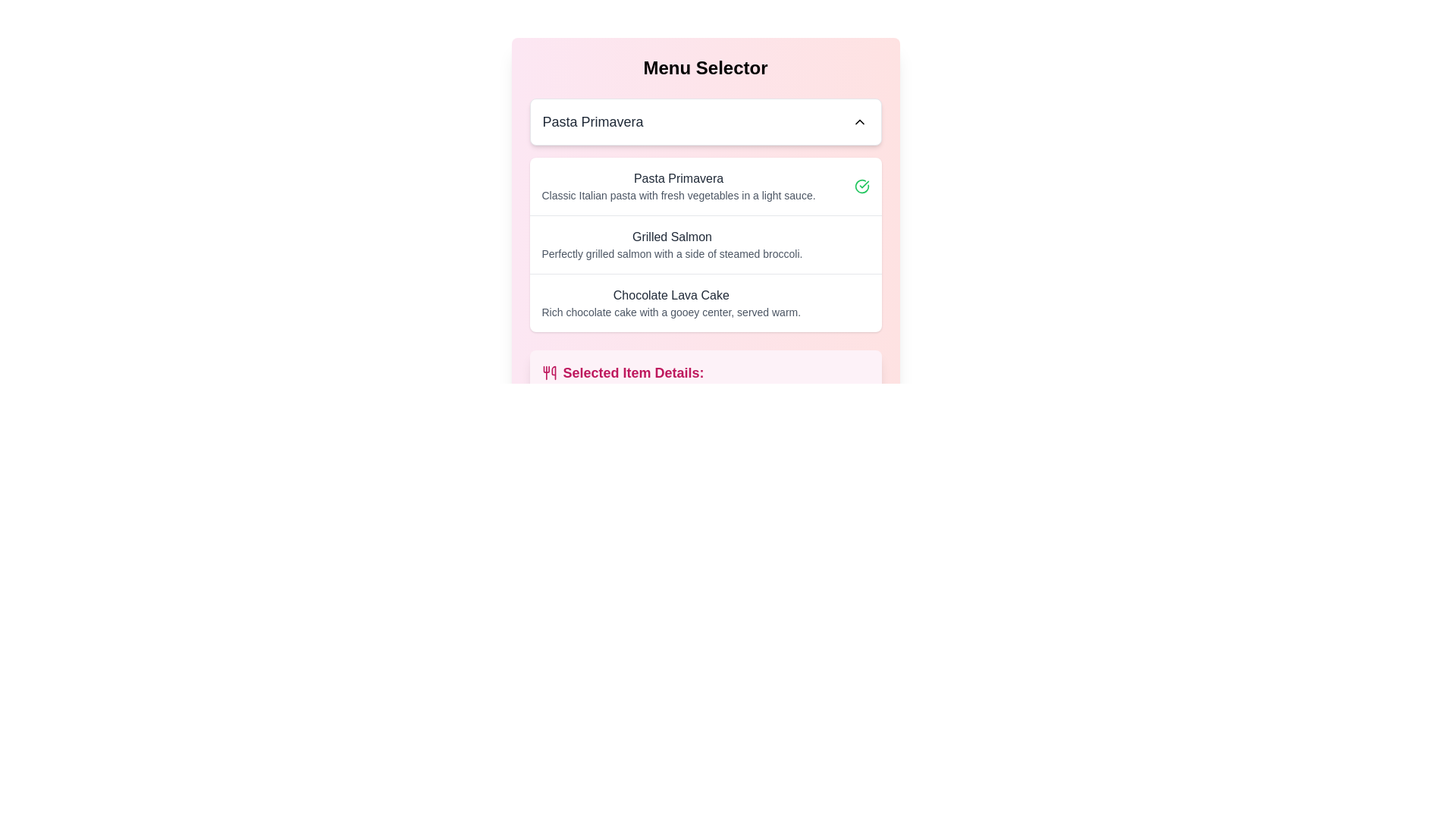 The image size is (1456, 819). I want to click on the descriptive text that reads 'Perfectly grilled salmon with a side of steamed broccoli,' which is styled with a smaller font and lighter gray color, located directly below the heading 'Grilled Salmon.', so click(671, 253).